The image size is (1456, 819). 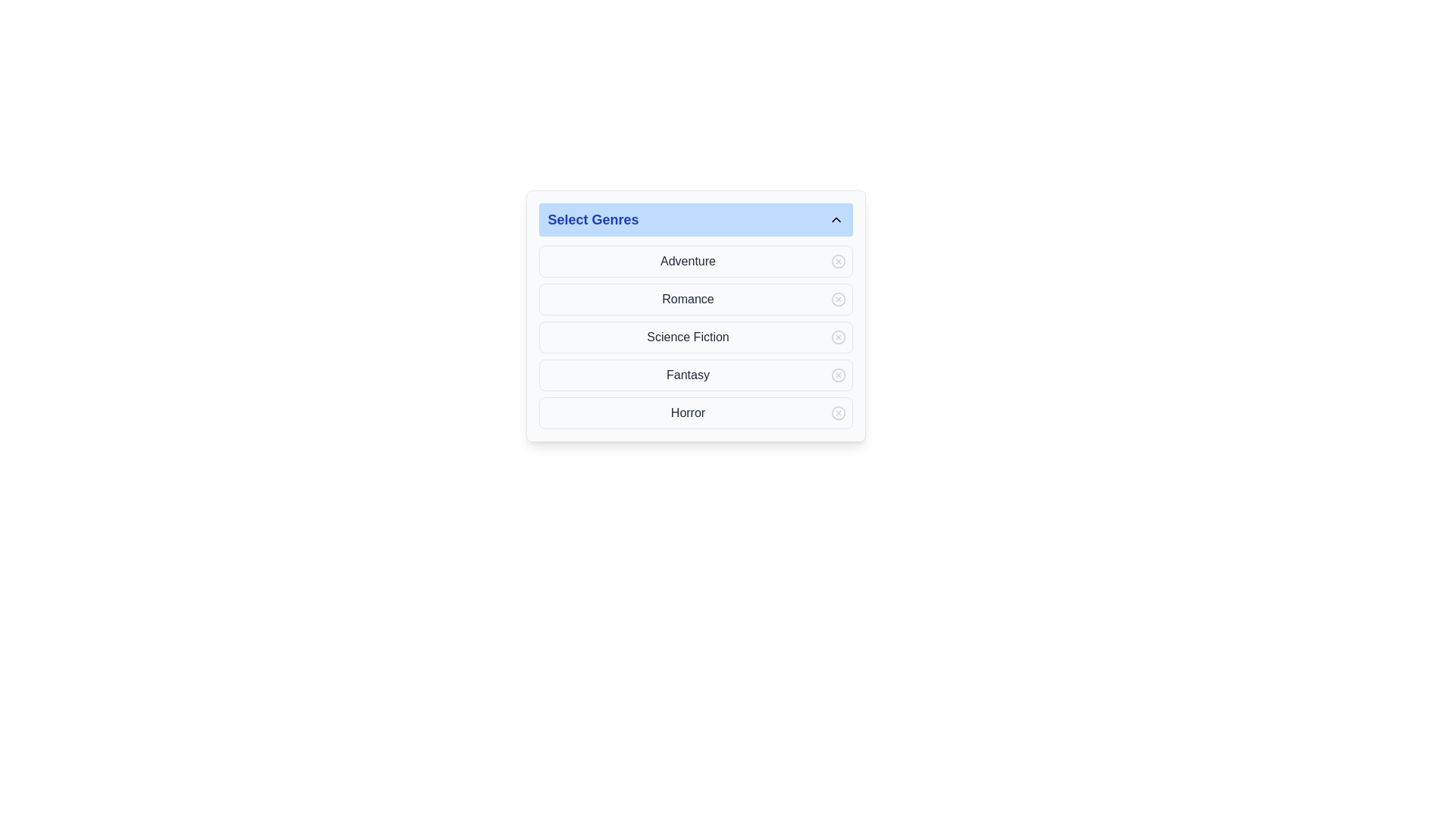 I want to click on the circular gray icon with a cross inside, located on the right side of the 'Adventure' list item, to deselect or remove the associated genre, so click(x=837, y=260).